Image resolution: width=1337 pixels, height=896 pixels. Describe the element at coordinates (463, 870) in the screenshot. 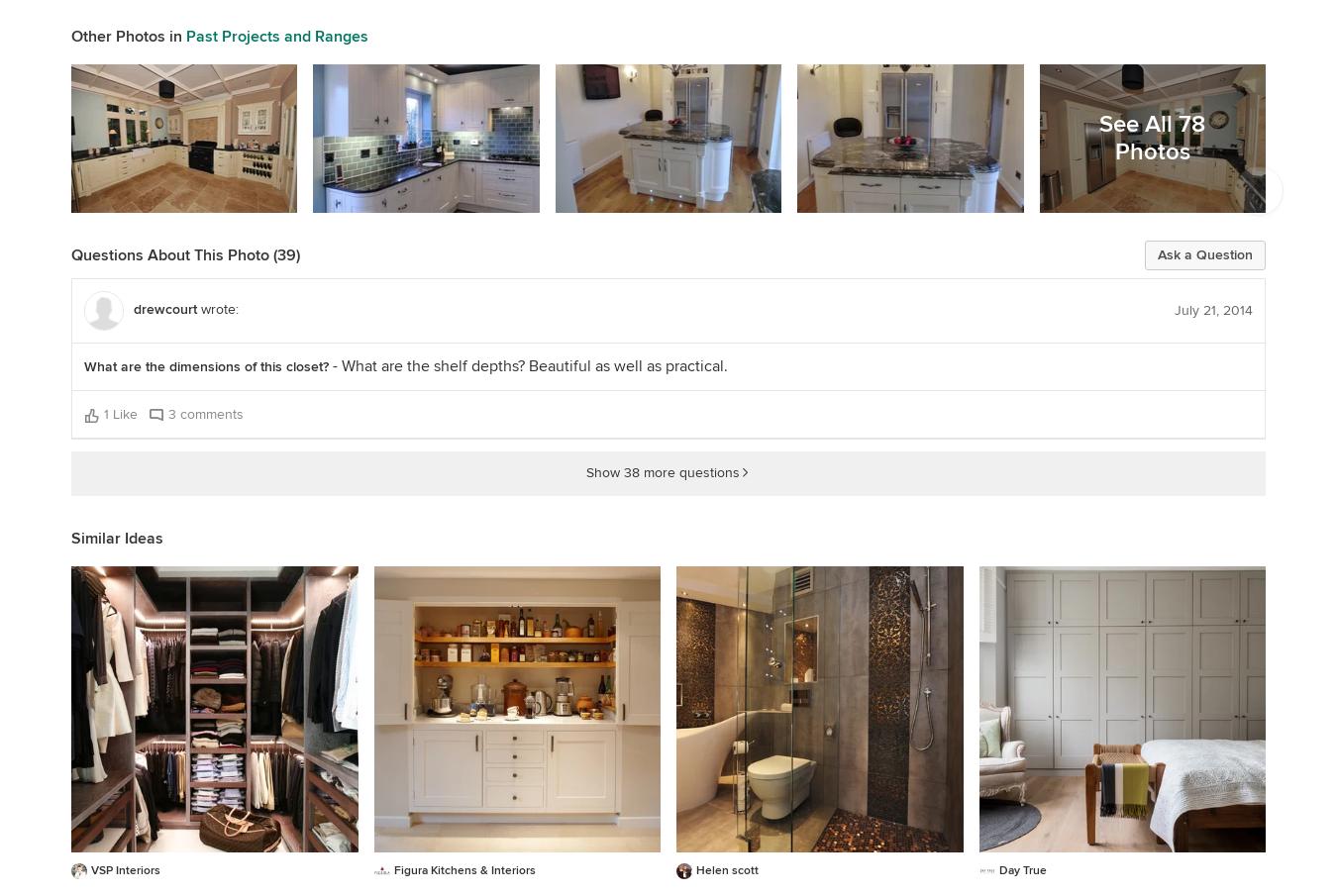

I see `'Figura Kitchens & Interiors'` at that location.